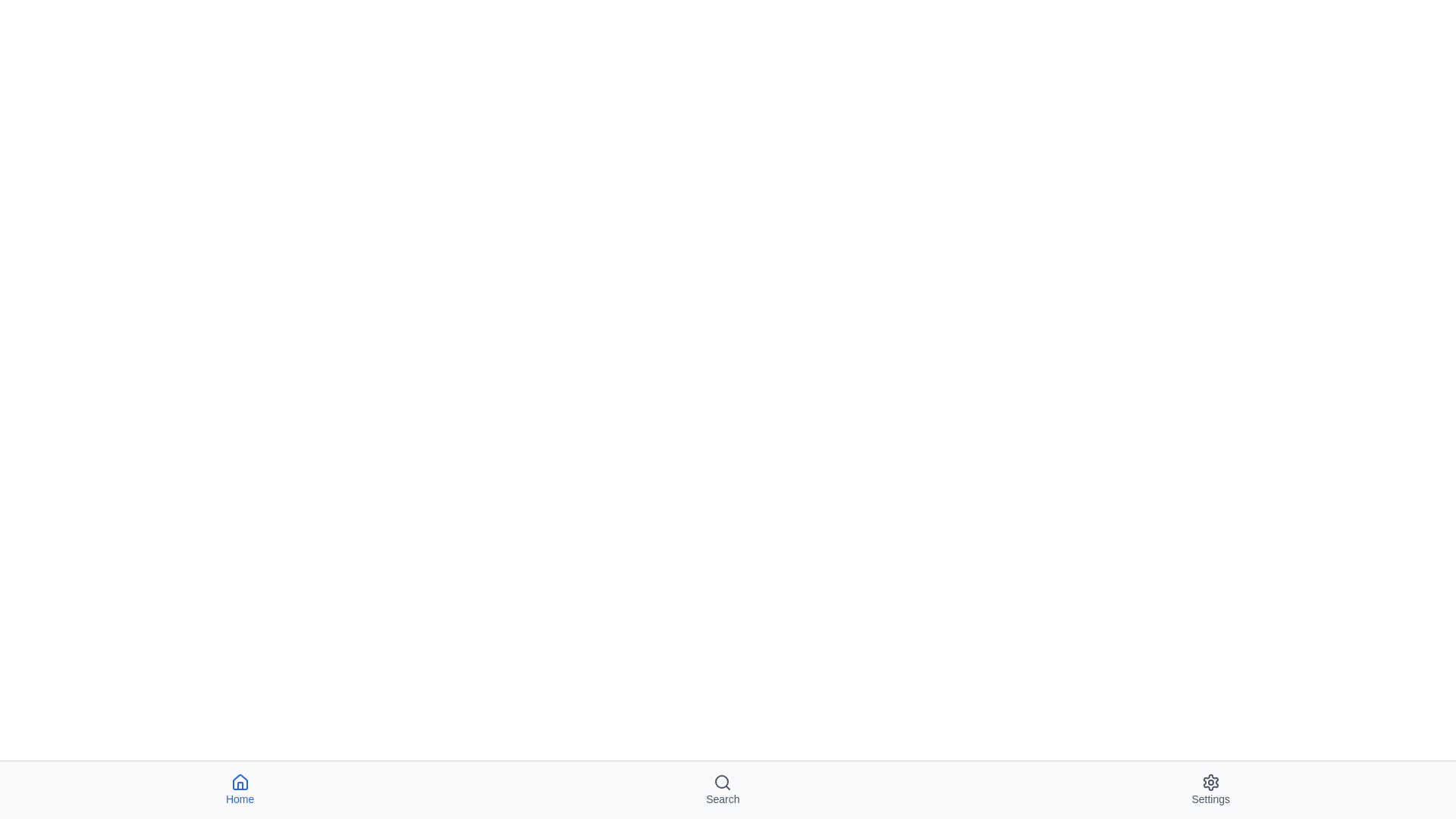 Image resolution: width=1456 pixels, height=819 pixels. Describe the element at coordinates (239, 789) in the screenshot. I see `the 'Home' button, which is a vertically-aligned navigation option featuring a house icon and blue text, located at the bottom-left corner of the interface` at that location.